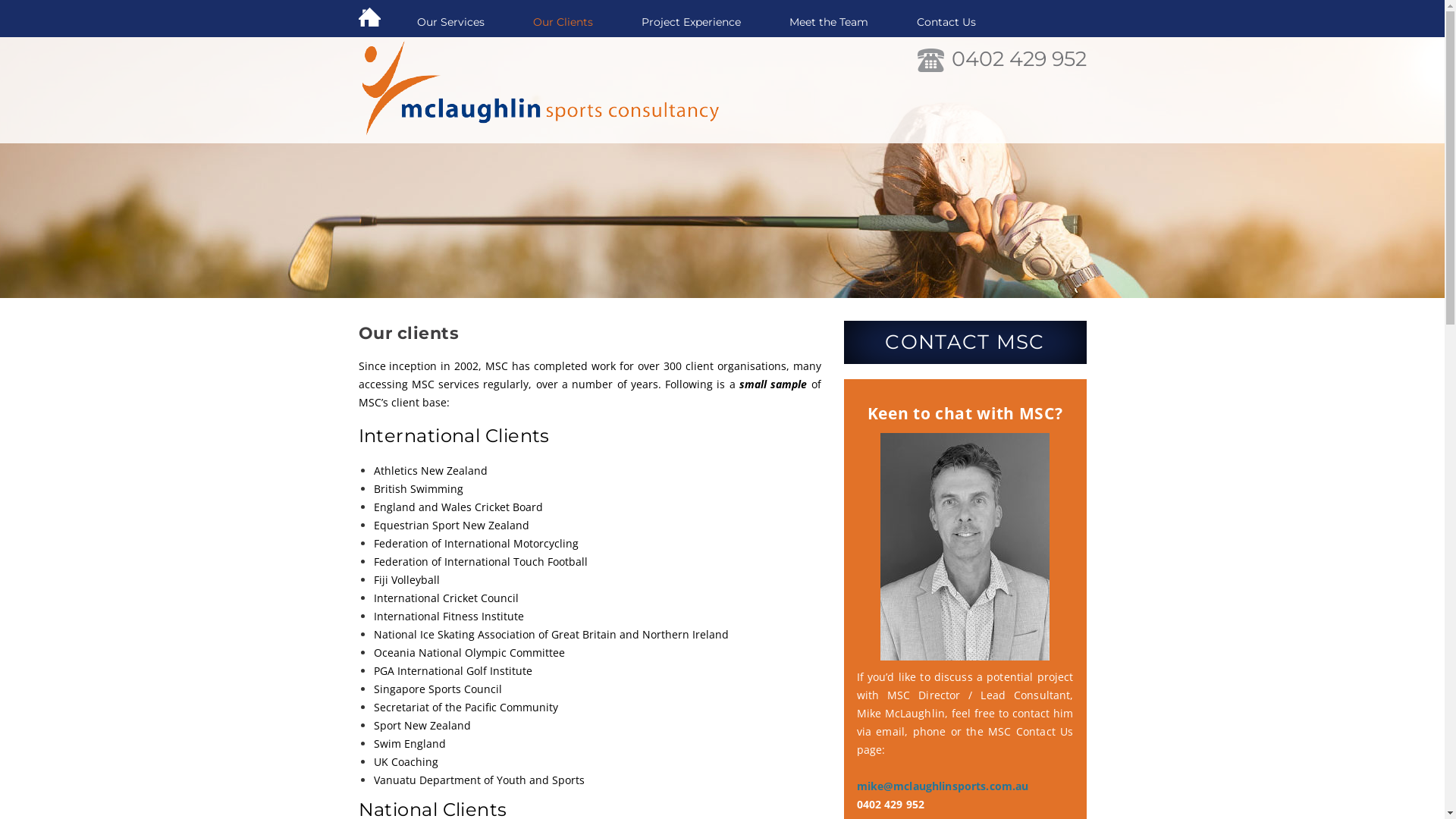 This screenshot has height=819, width=1456. I want to click on 'McLaughlin Sports Consultancy', so click(543, 90).